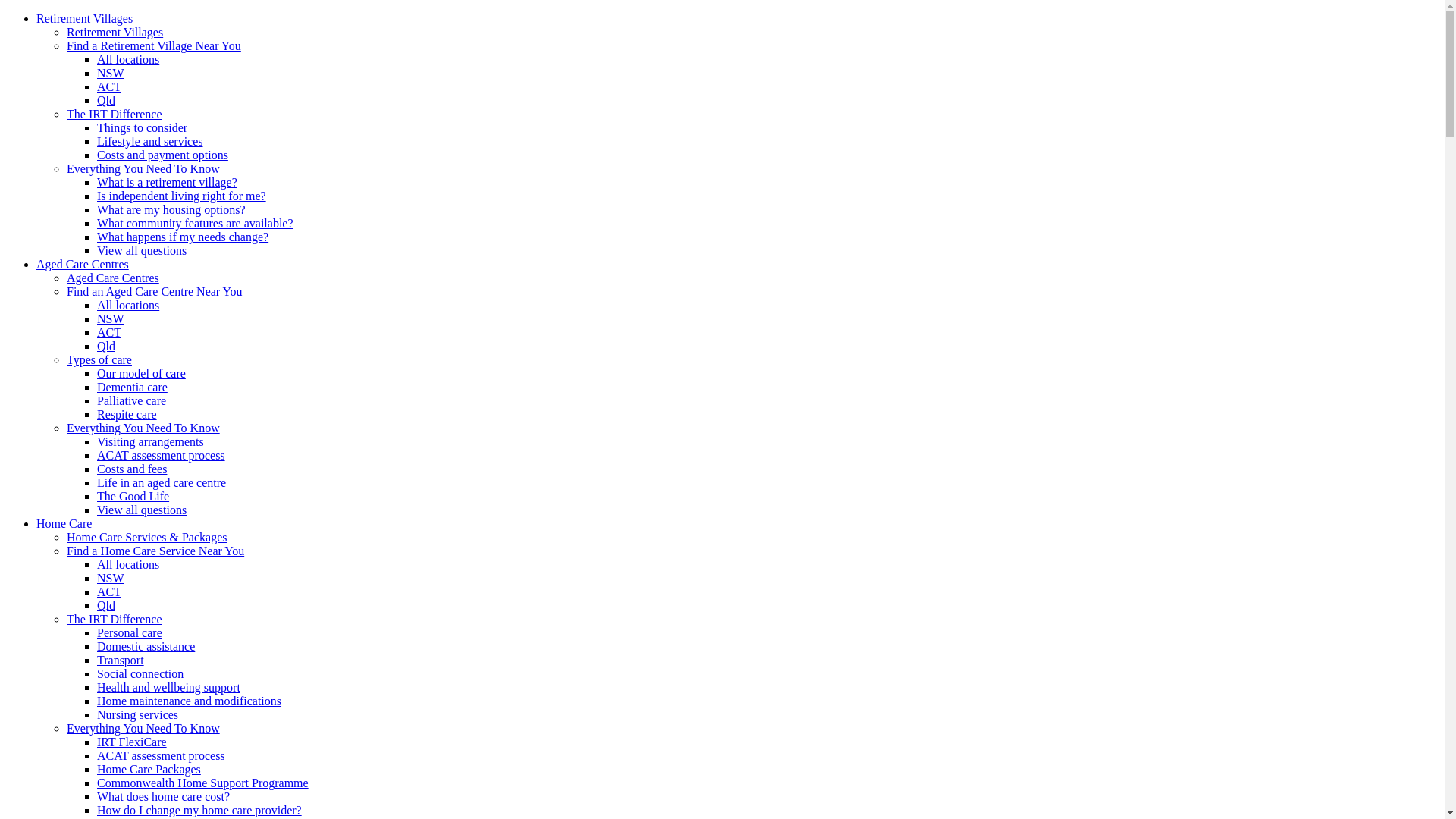  What do you see at coordinates (146, 646) in the screenshot?
I see `'Domestic assistance'` at bounding box center [146, 646].